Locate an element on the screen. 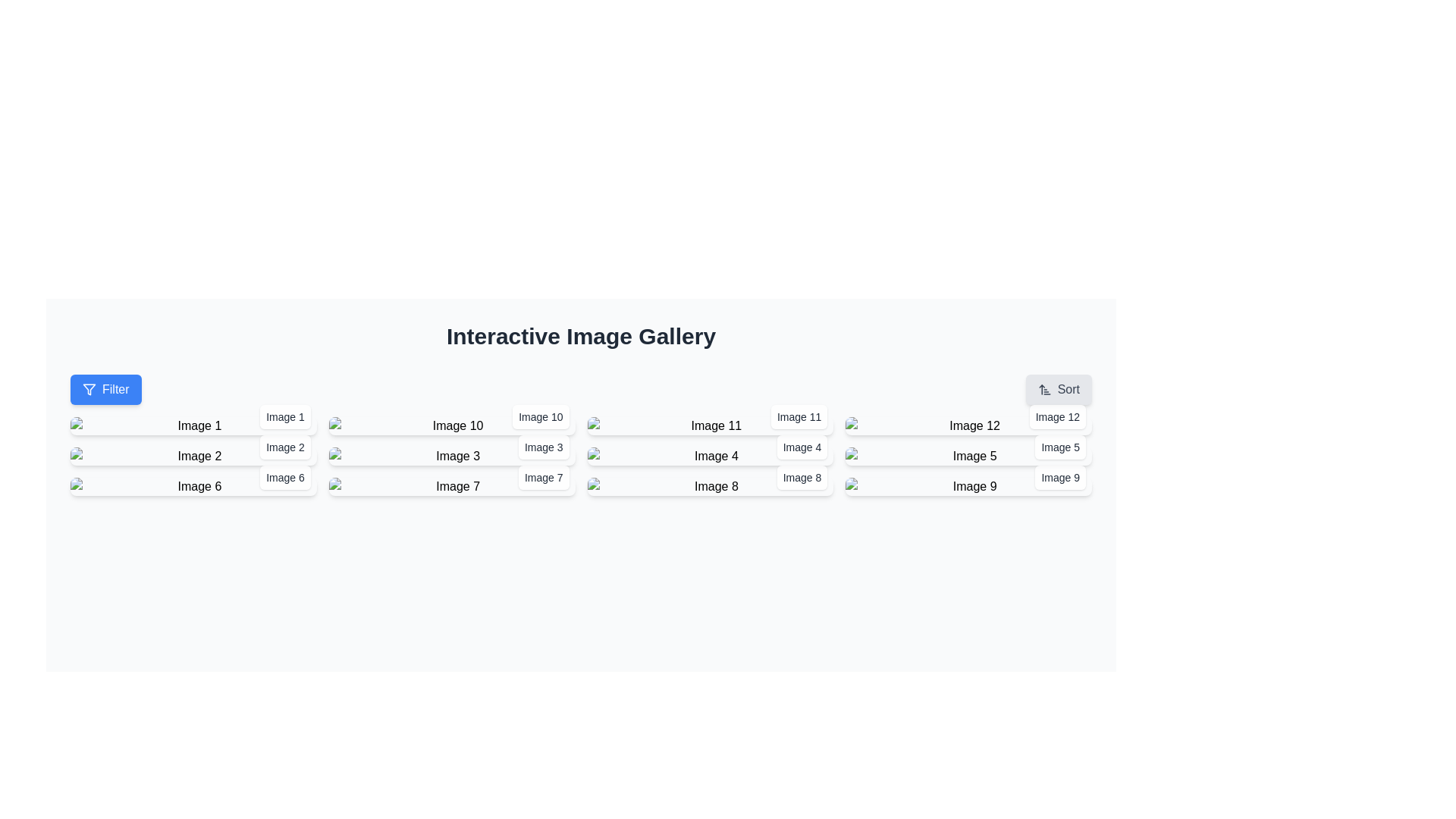 The image size is (1456, 819). the Thumbnail with label 'Image 1' is located at coordinates (193, 426).